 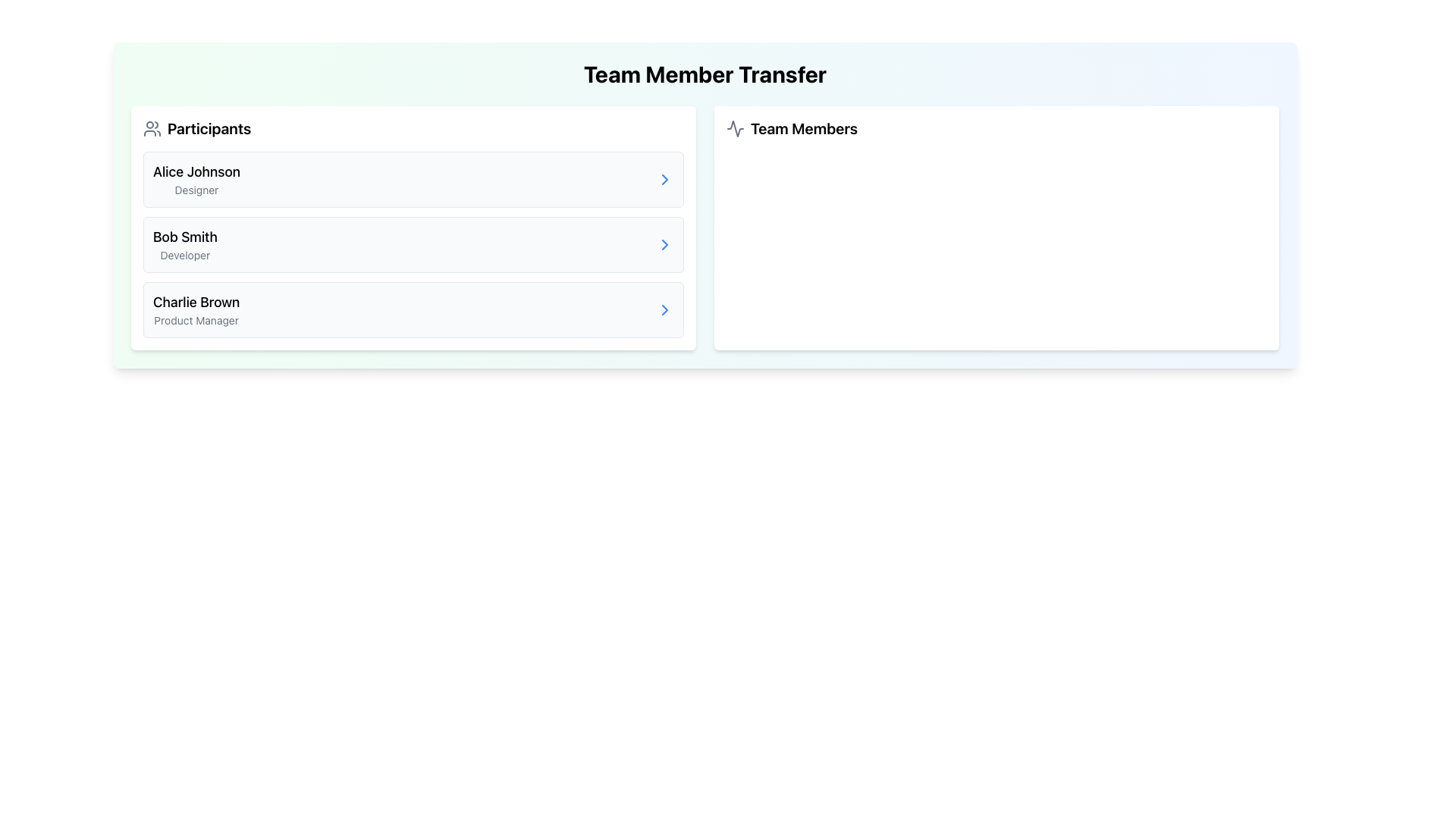 What do you see at coordinates (413, 178) in the screenshot?
I see `the first list item entry for 'Alice Johnson' in the 'Participants' section` at bounding box center [413, 178].